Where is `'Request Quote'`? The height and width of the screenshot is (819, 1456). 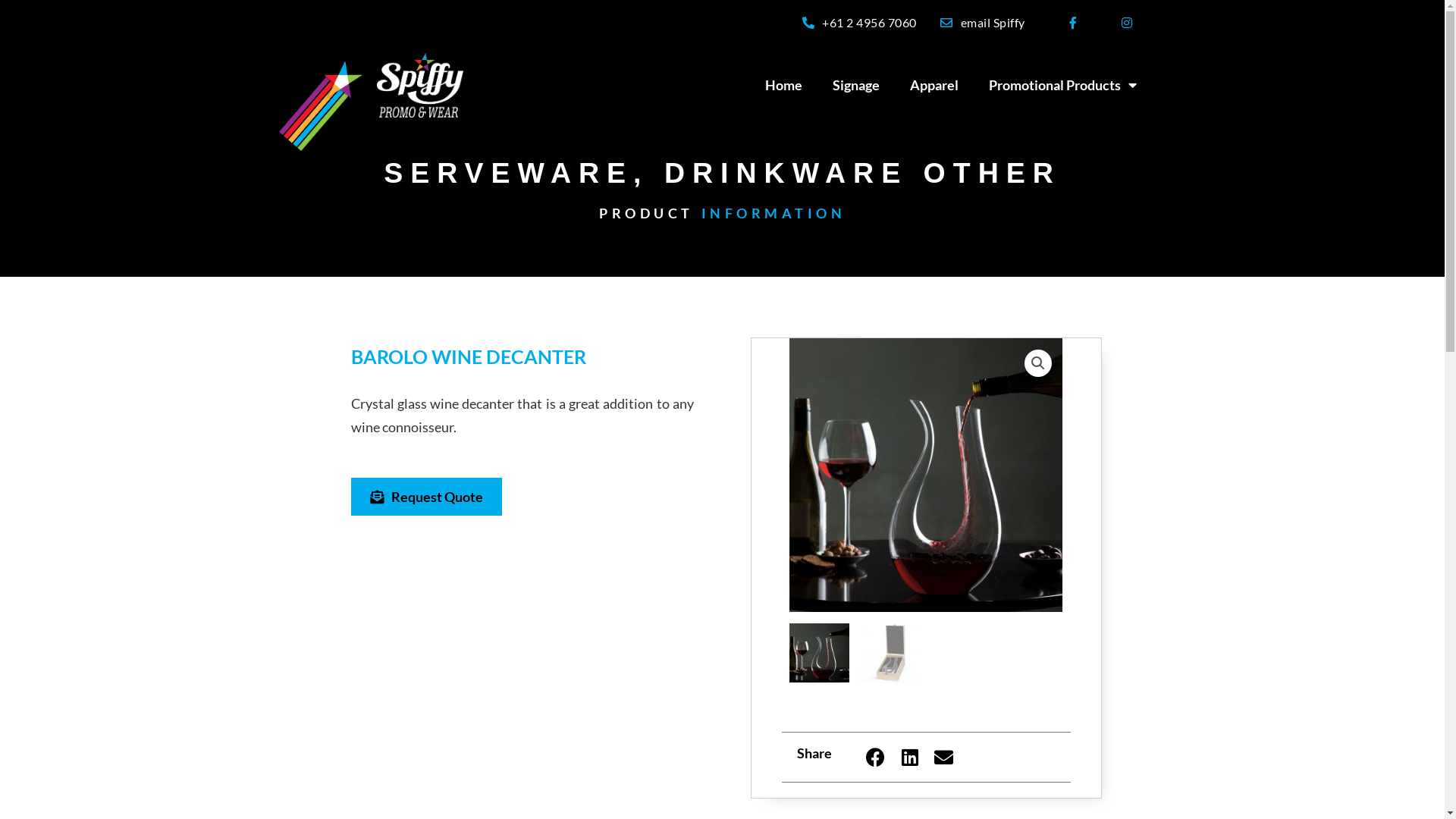 'Request Quote' is located at coordinates (349, 497).